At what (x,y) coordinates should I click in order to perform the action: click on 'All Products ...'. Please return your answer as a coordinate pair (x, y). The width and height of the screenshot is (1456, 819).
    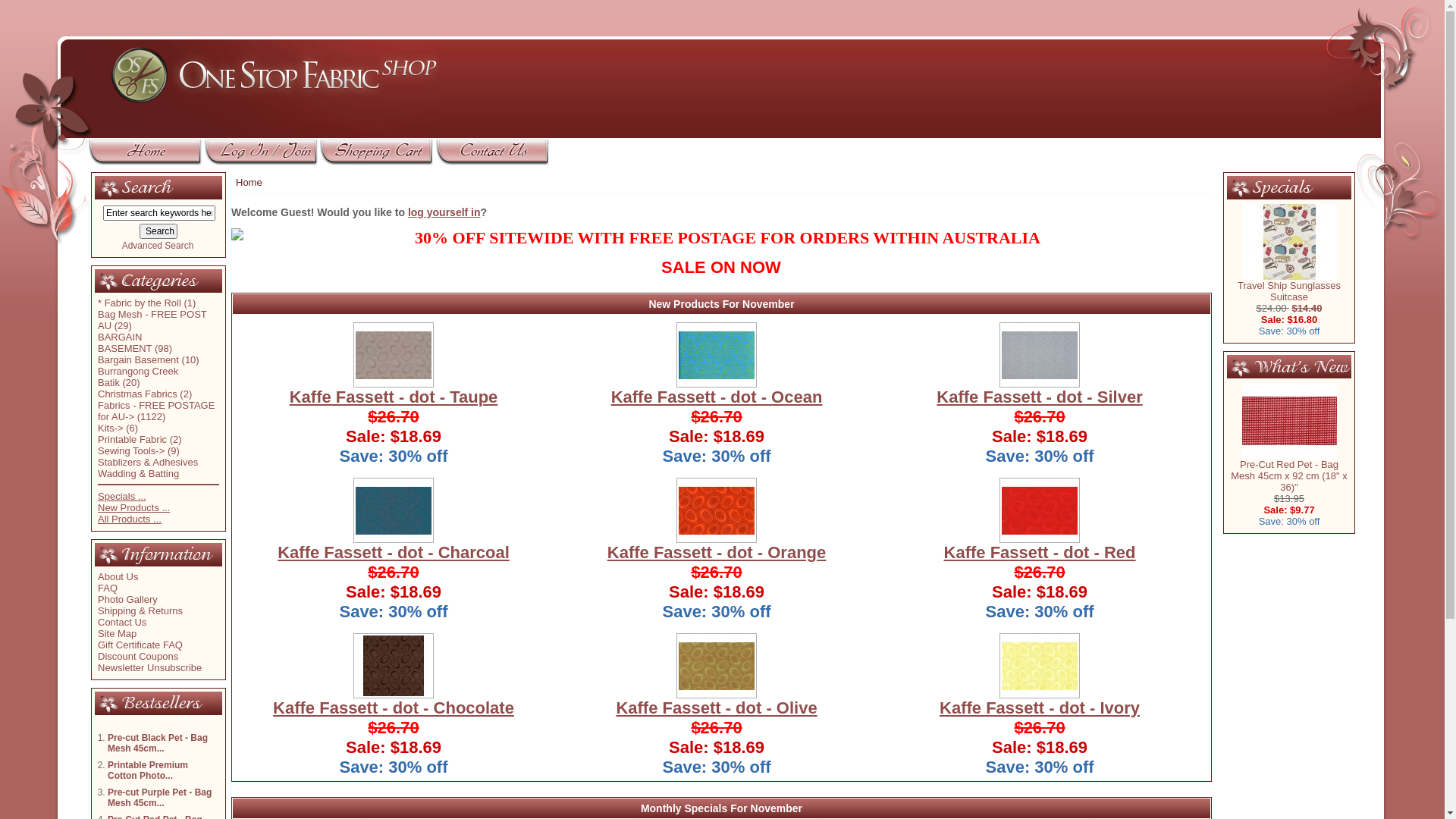
    Looking at the image, I should click on (97, 517).